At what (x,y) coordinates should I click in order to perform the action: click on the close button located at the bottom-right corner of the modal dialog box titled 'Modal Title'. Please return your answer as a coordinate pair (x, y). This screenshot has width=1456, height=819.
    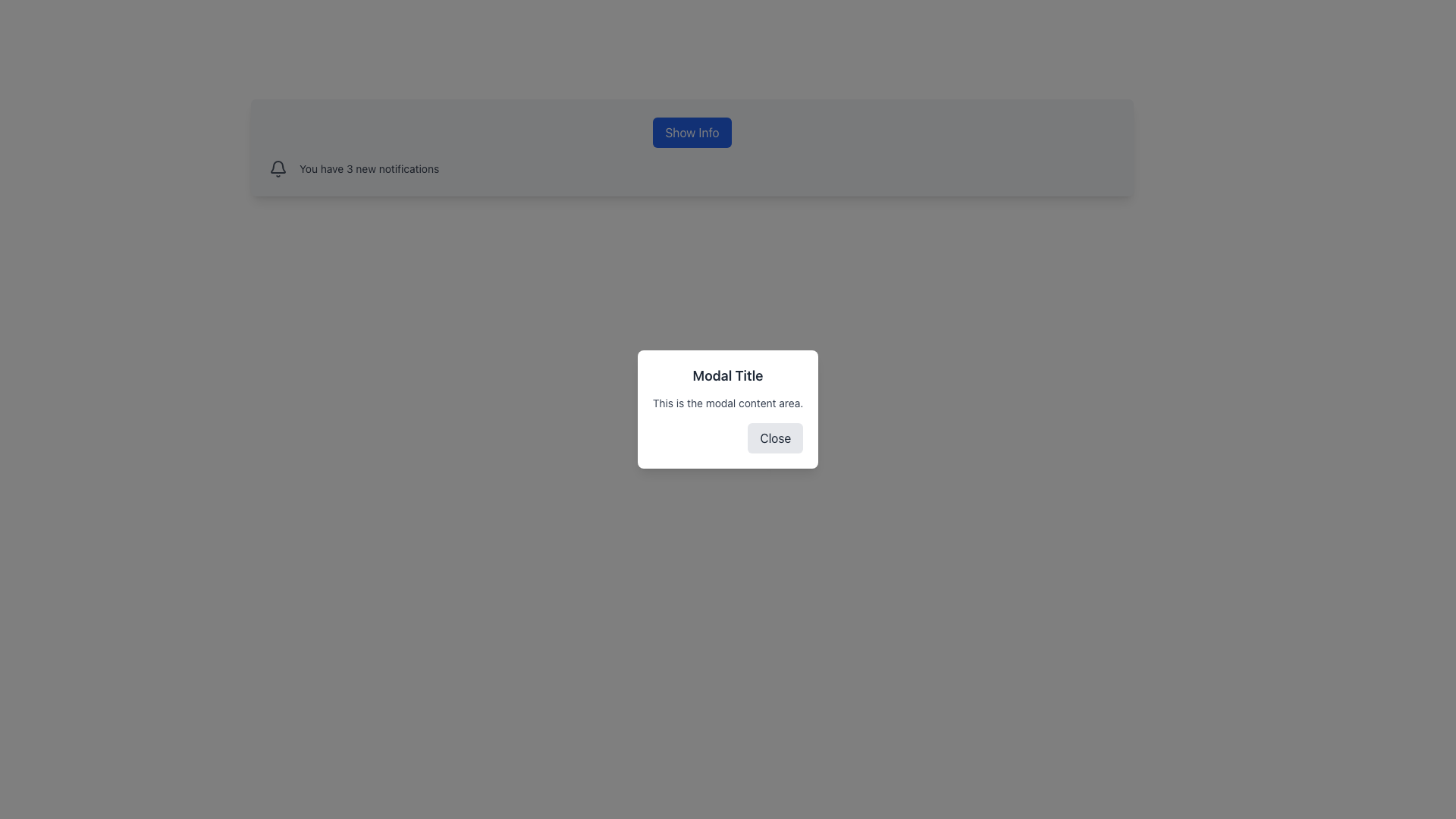
    Looking at the image, I should click on (775, 438).